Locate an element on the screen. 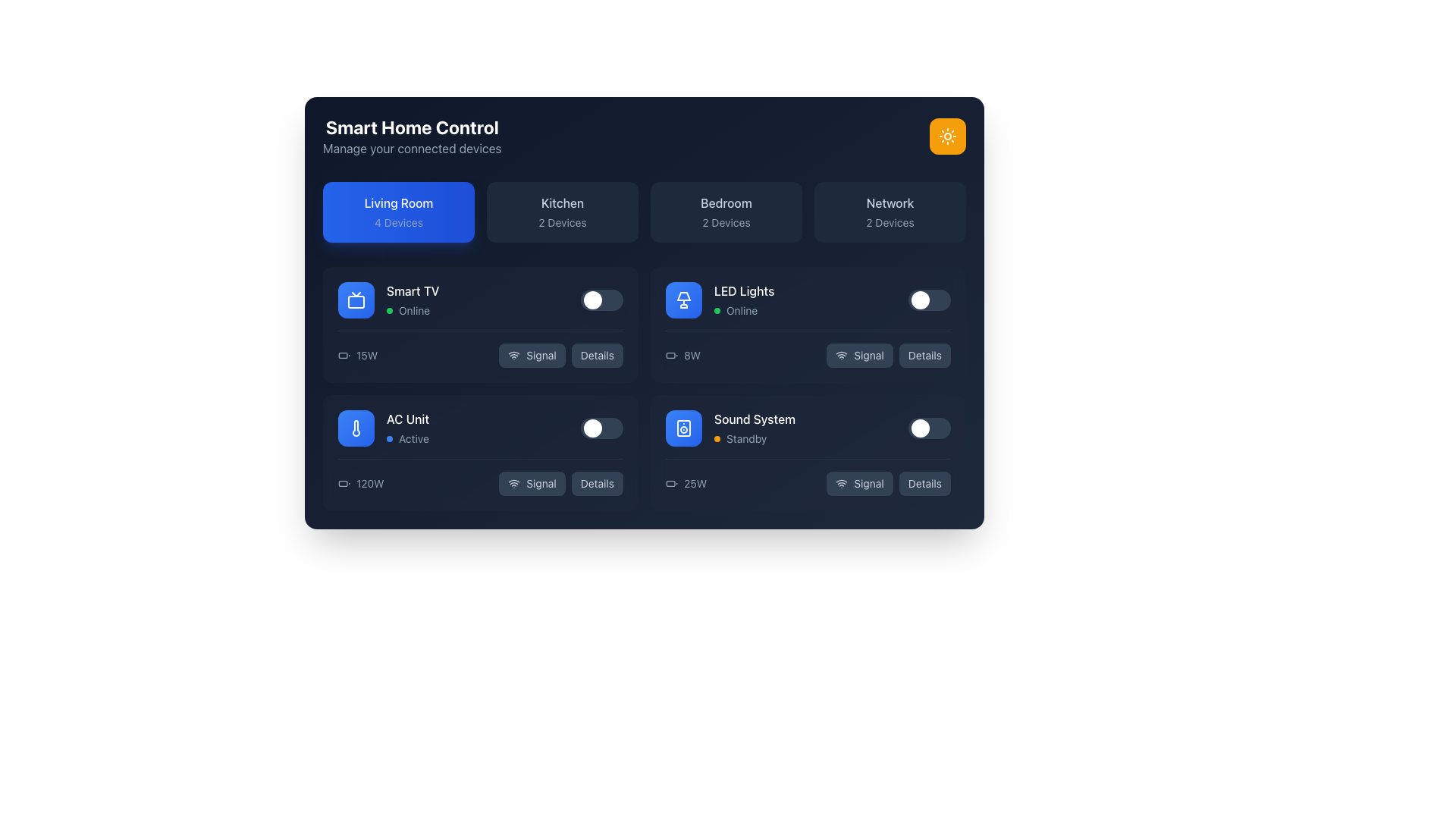 This screenshot has height=819, width=1456. the text display that shows '2 Devices', which is located below the 'Bedroom' text in a card-like design with a dark background is located at coordinates (726, 222).